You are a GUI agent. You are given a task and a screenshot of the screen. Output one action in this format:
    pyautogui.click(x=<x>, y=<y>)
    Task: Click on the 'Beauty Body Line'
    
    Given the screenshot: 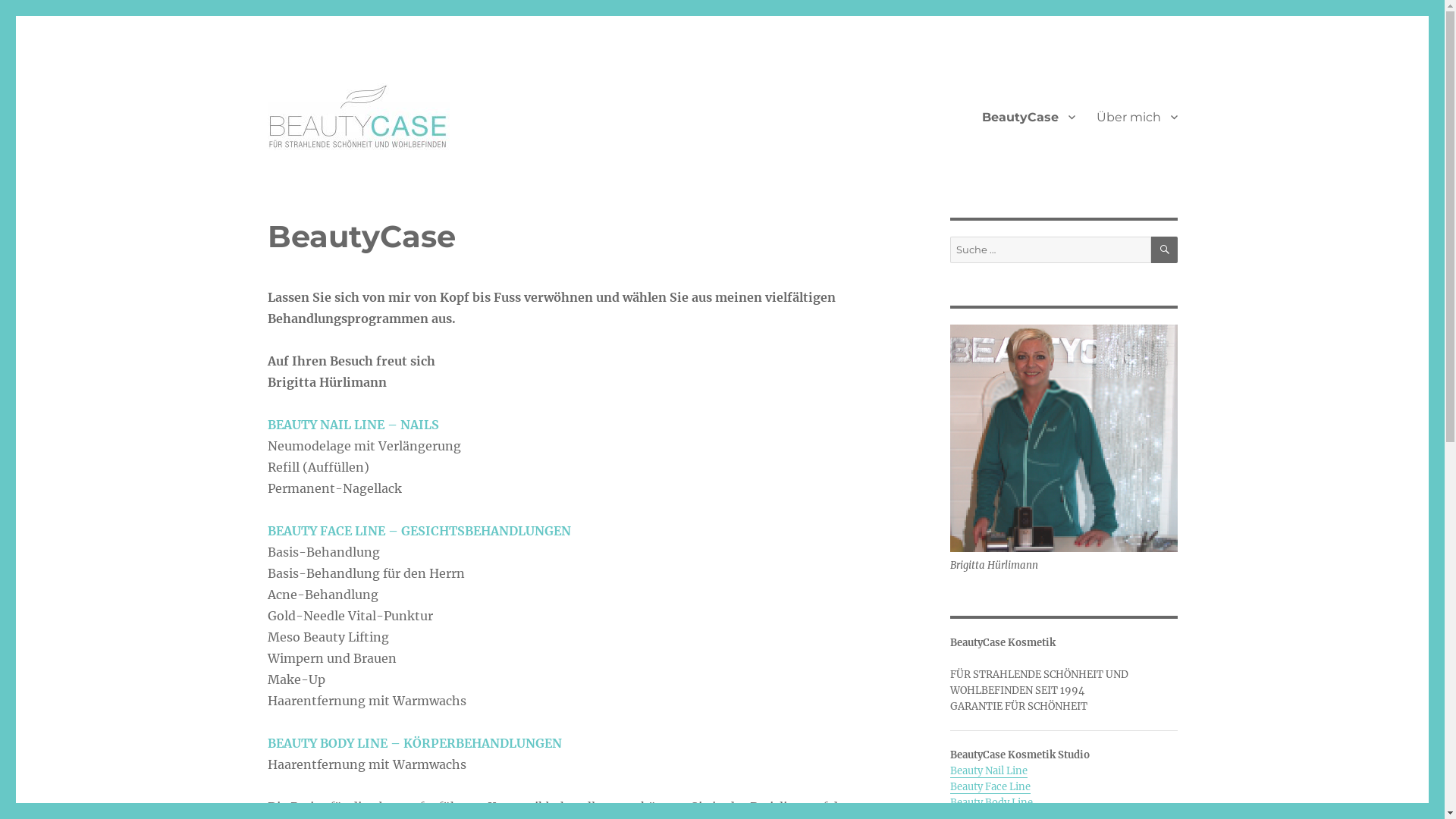 What is the action you would take?
    pyautogui.click(x=949, y=802)
    